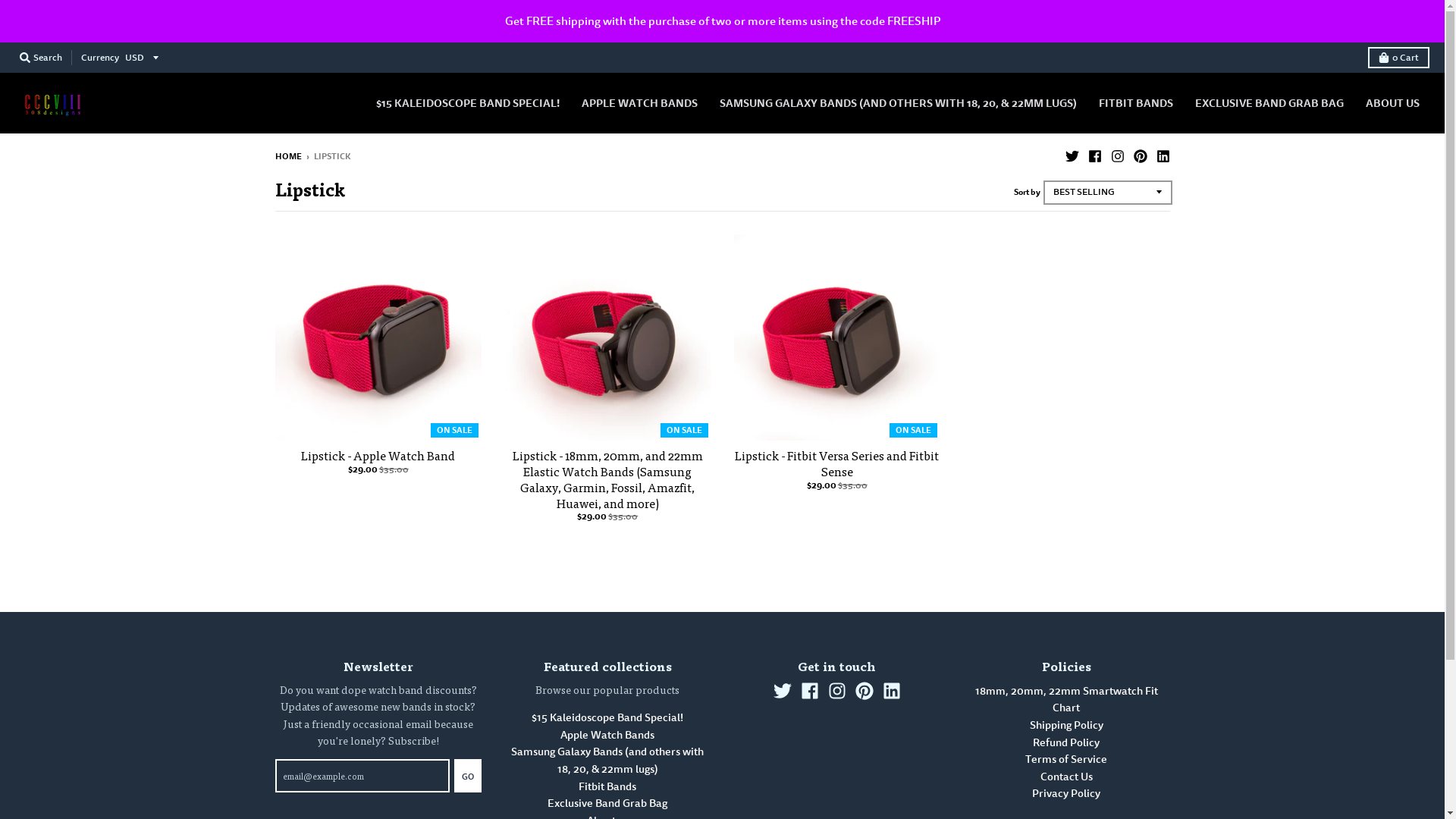 This screenshot has width=1456, height=819. I want to click on 'Exclusive Band Grab Bag', so click(607, 802).